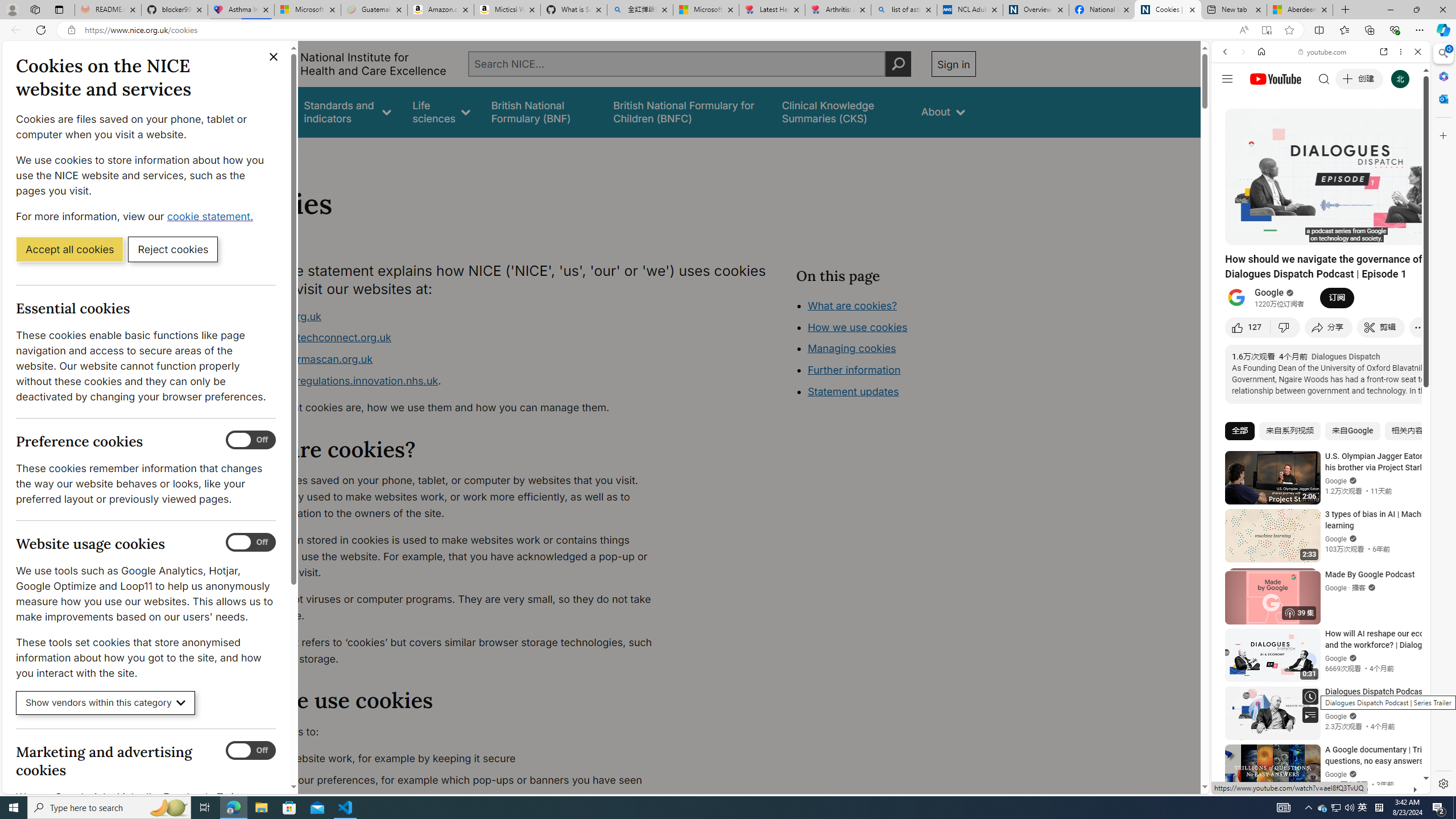 The width and height of the screenshot is (1456, 819). Describe the element at coordinates (1316, 755) in the screenshot. I see `'you'` at that location.